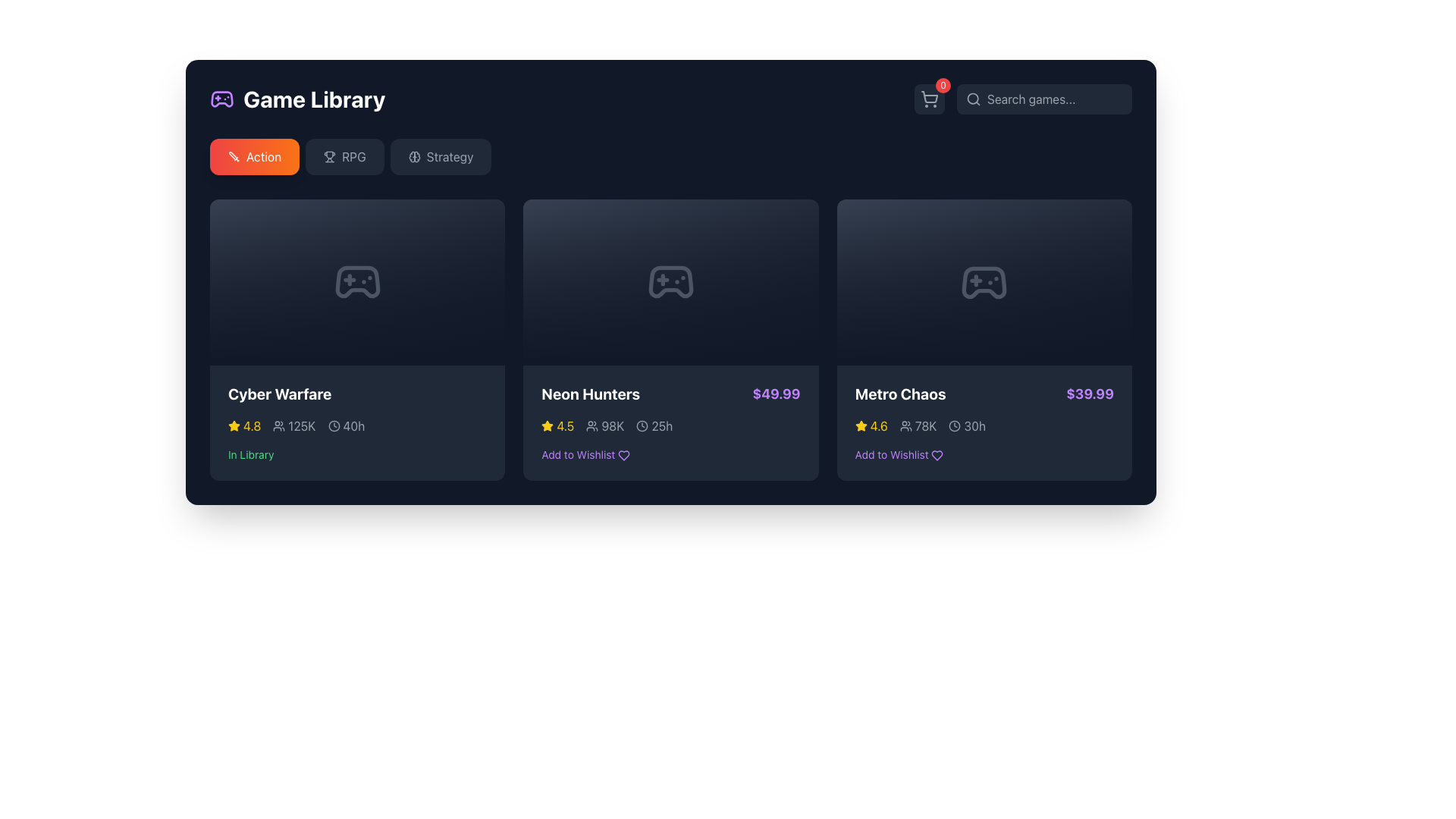 This screenshot has width=1456, height=819. Describe the element at coordinates (937, 455) in the screenshot. I see `the small heart-shaped icon with a purple color scheme located within the 'Metro Chaos' card` at that location.